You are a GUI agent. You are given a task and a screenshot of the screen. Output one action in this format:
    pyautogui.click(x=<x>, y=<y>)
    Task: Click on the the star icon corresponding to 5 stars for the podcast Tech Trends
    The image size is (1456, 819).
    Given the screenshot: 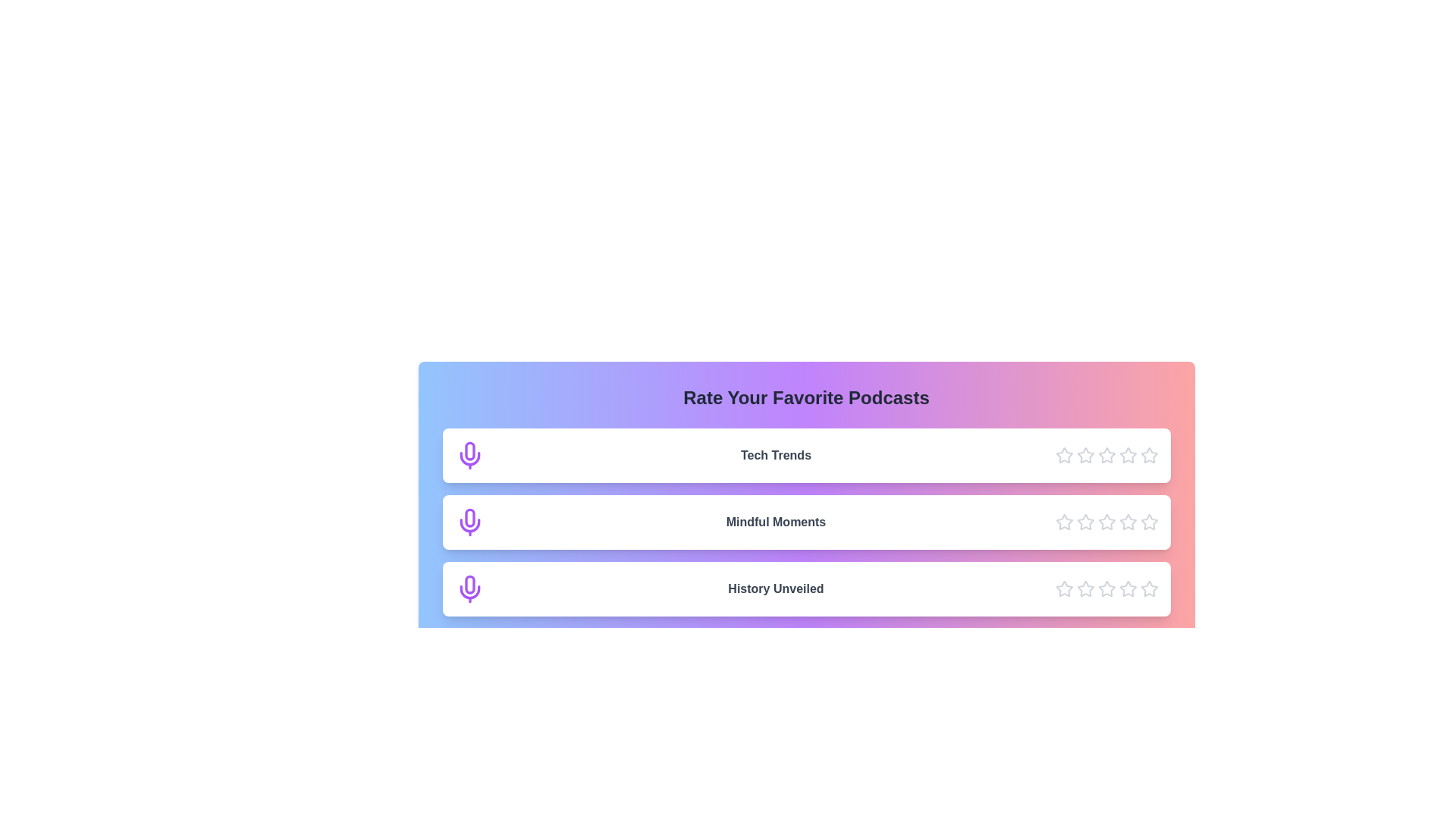 What is the action you would take?
    pyautogui.click(x=1149, y=455)
    